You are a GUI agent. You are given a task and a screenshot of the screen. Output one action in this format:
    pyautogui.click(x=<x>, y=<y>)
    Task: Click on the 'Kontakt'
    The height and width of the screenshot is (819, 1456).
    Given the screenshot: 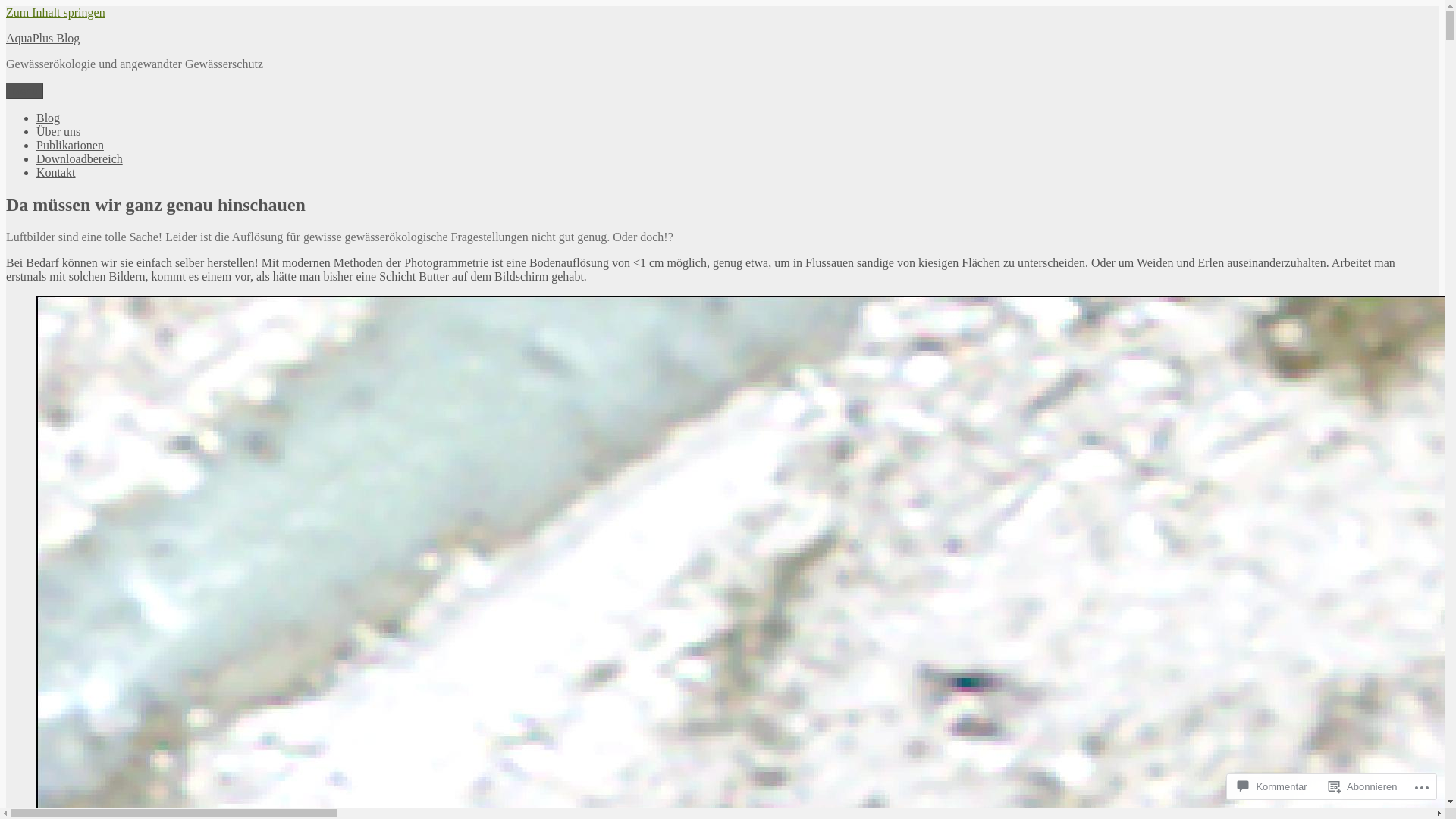 What is the action you would take?
    pyautogui.click(x=55, y=171)
    